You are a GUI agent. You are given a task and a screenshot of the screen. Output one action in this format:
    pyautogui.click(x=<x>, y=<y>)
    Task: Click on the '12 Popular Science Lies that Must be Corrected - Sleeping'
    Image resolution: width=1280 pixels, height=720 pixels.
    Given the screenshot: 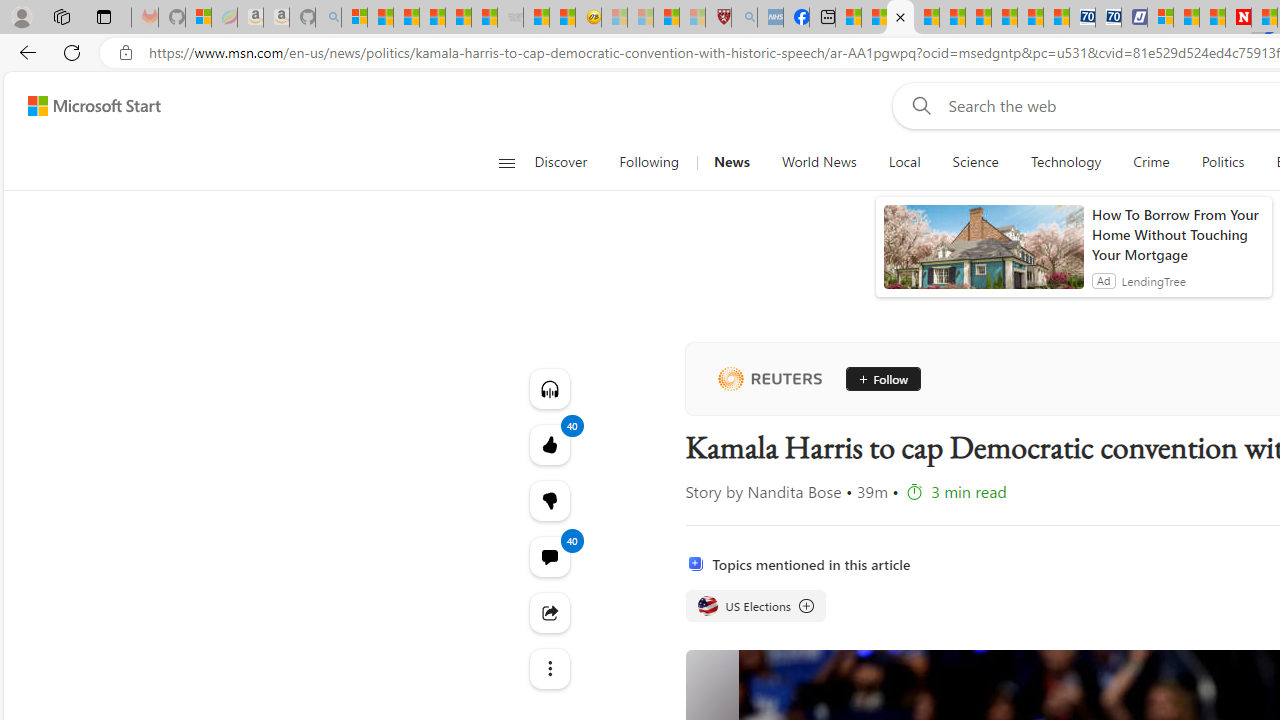 What is the action you would take?
    pyautogui.click(x=692, y=17)
    